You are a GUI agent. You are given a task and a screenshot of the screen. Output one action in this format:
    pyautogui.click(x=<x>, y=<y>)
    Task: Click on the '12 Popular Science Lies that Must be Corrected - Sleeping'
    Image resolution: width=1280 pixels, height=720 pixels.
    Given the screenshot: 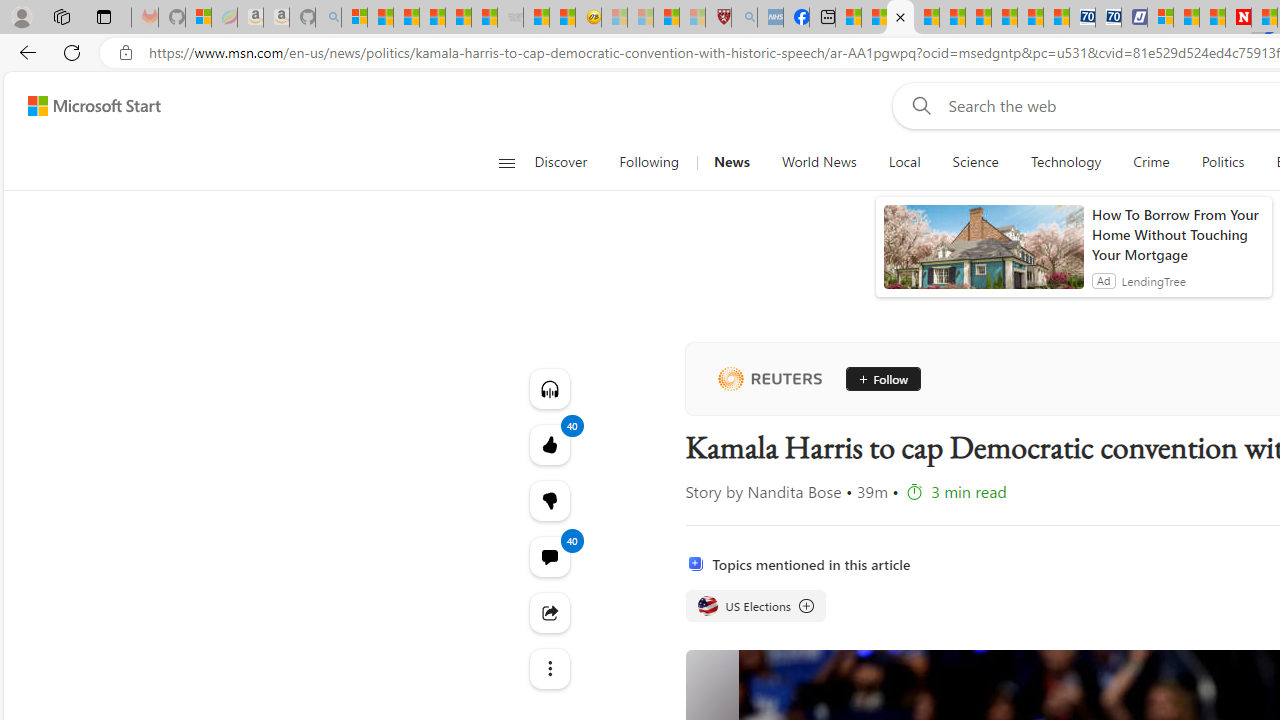 What is the action you would take?
    pyautogui.click(x=692, y=17)
    